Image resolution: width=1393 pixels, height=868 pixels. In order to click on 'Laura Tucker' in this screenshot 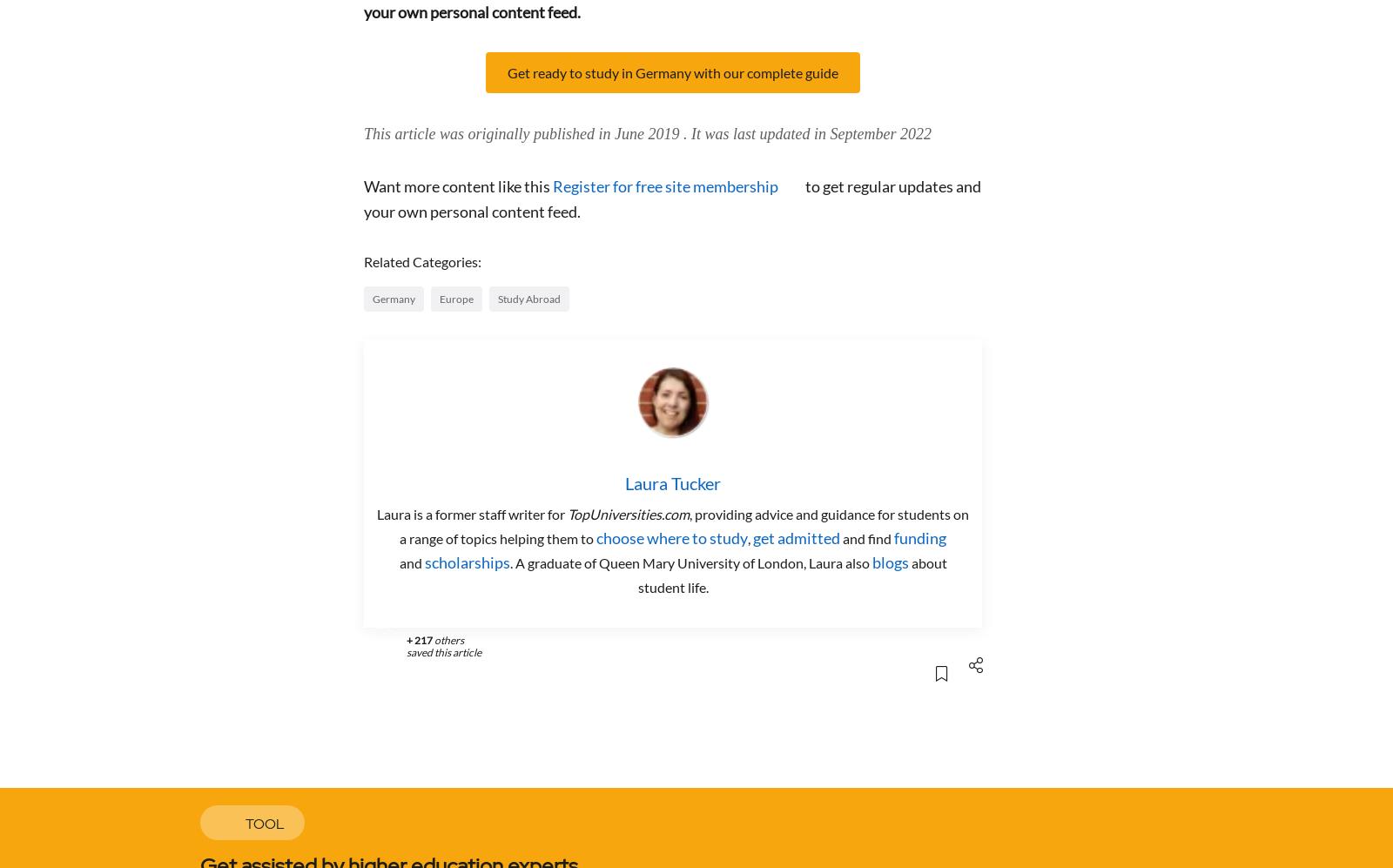, I will do `click(672, 483)`.